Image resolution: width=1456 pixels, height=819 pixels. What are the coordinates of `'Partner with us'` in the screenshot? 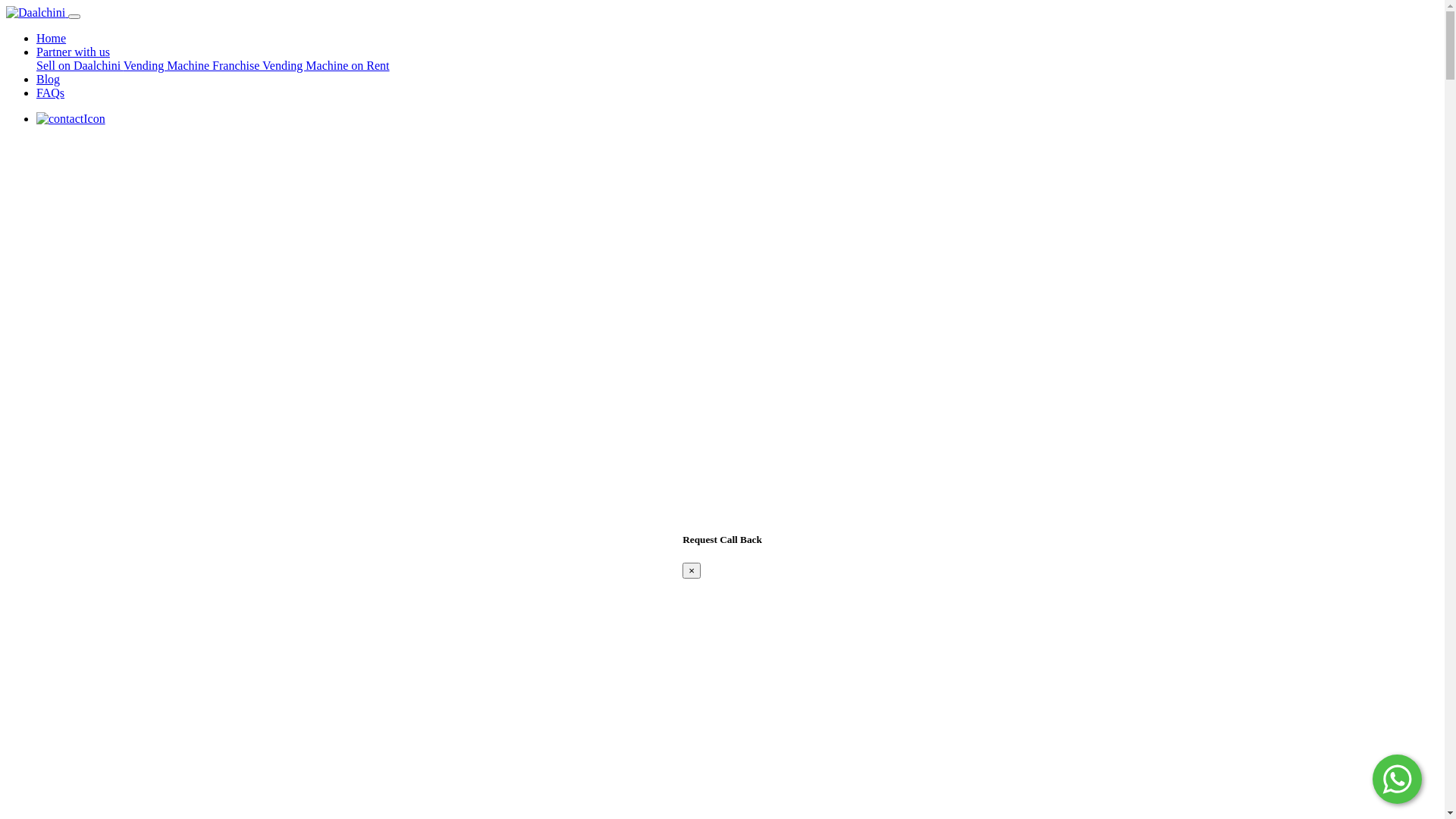 It's located at (72, 51).